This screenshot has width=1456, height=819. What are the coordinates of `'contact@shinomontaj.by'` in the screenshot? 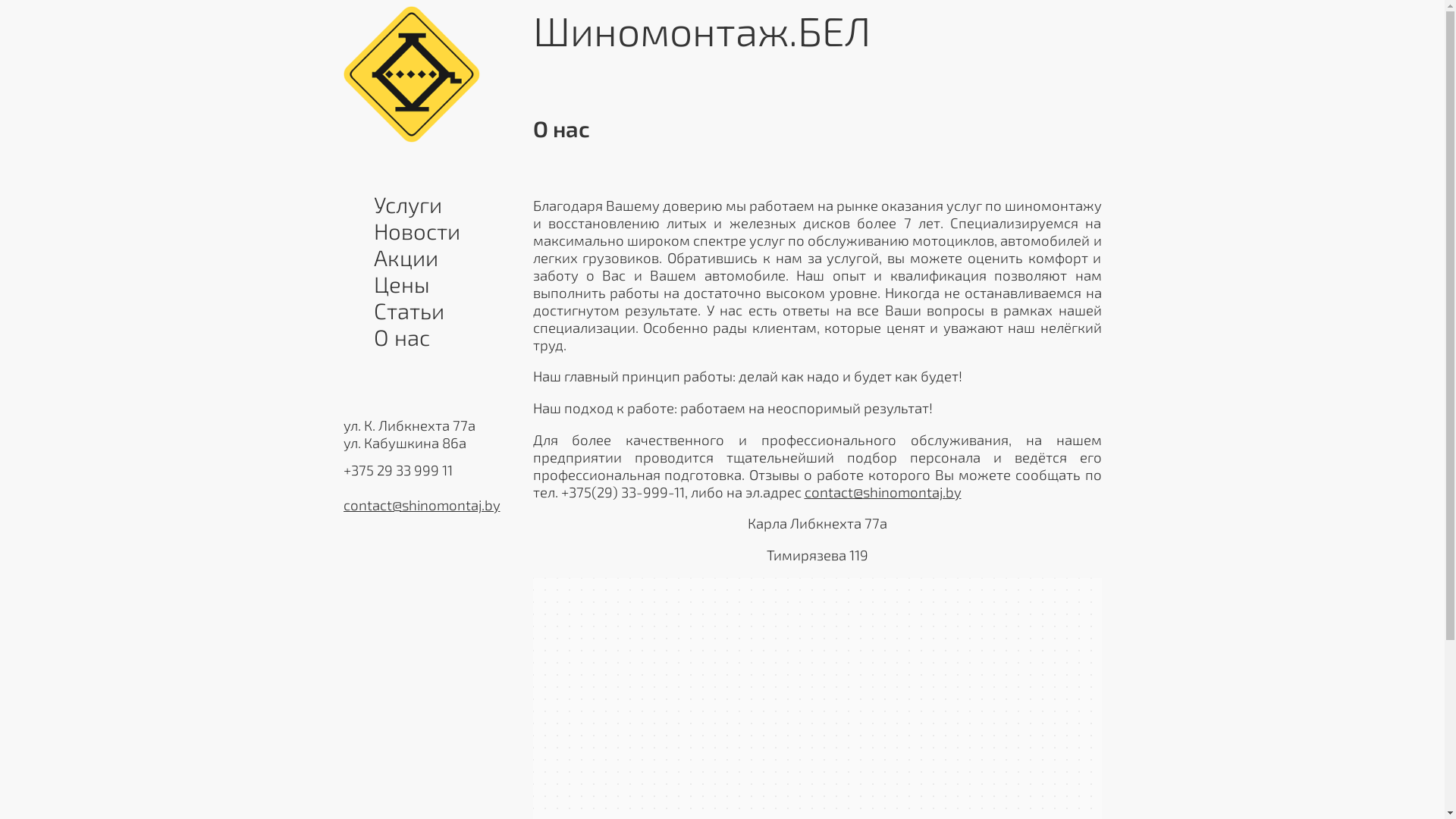 It's located at (882, 491).